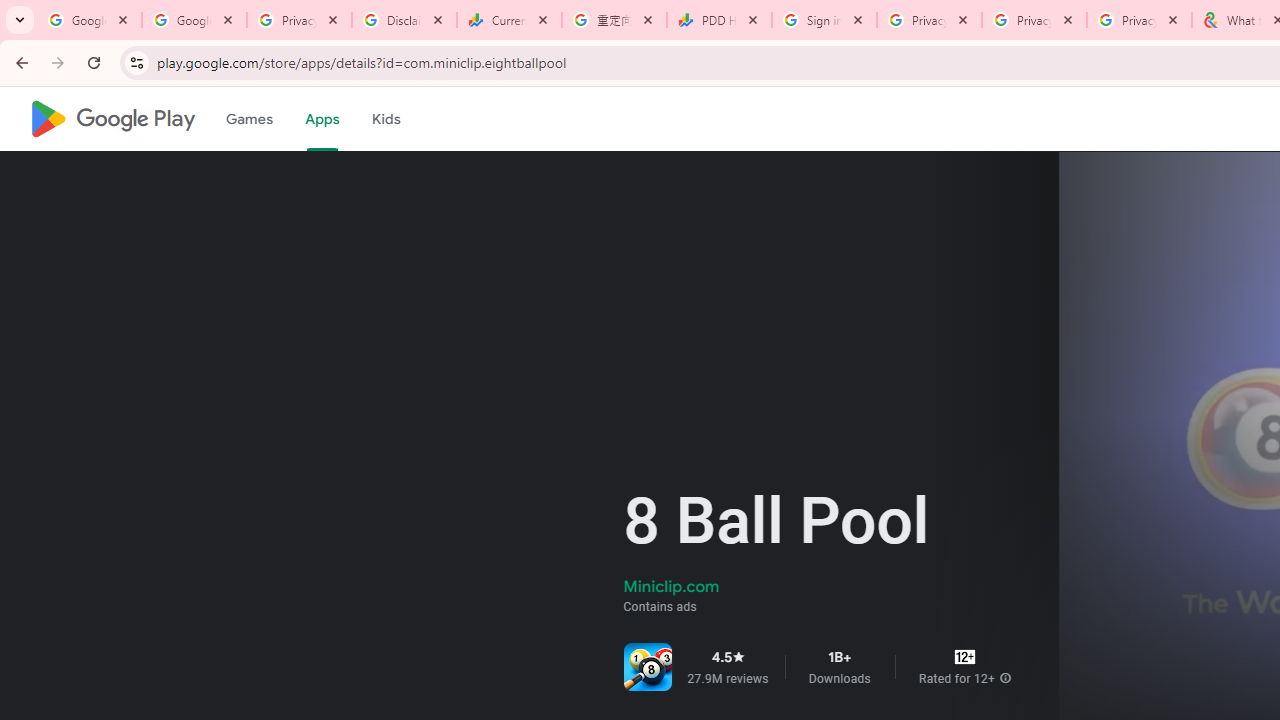  Describe the element at coordinates (671, 585) in the screenshot. I see `'Miniclip.com'` at that location.